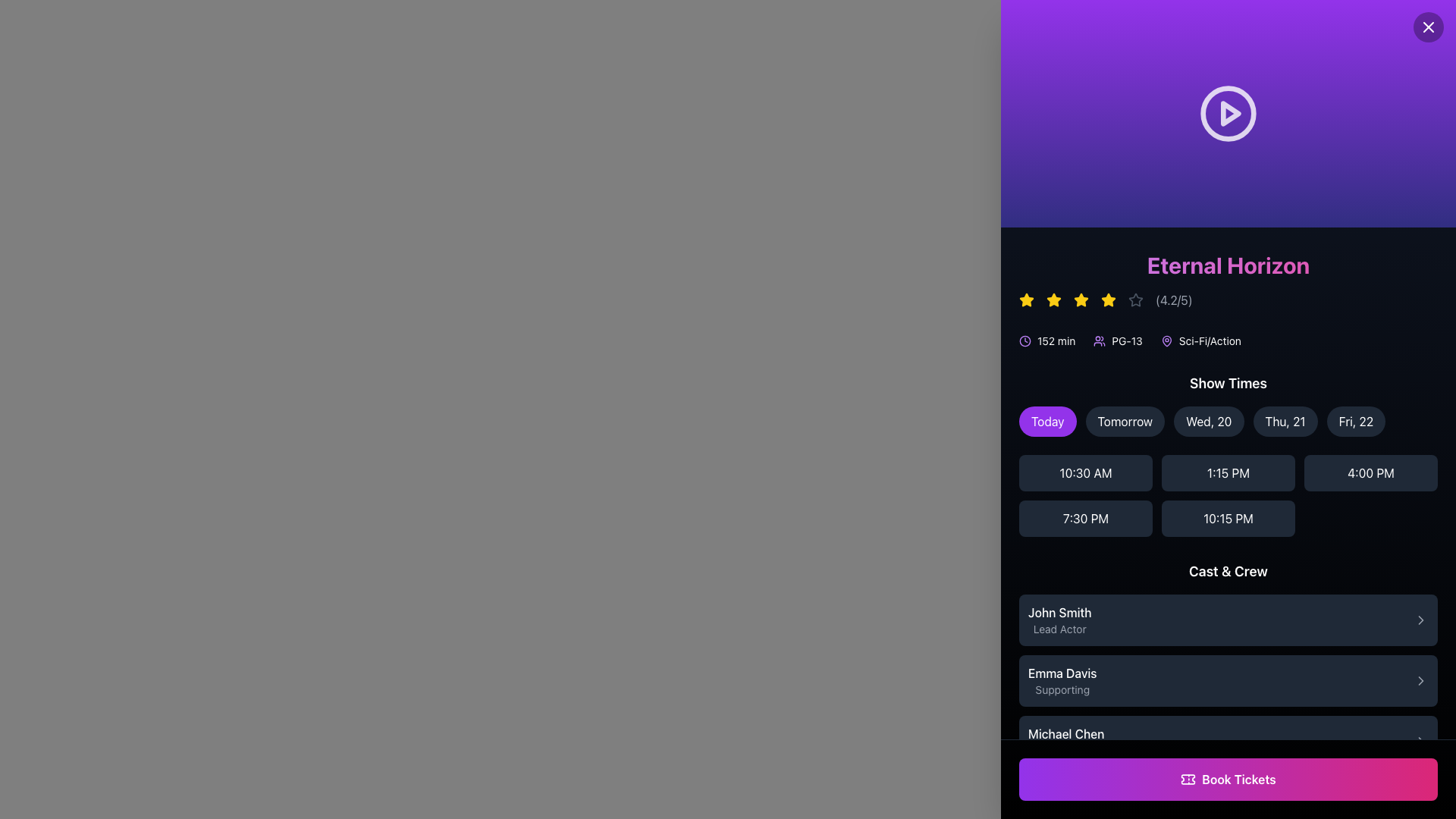  Describe the element at coordinates (1228, 281) in the screenshot. I see `the text display element for the movie 'Eternal Horizon' which features a rating score of '4.2/5' and star indicators, located near the top of the right panel` at that location.